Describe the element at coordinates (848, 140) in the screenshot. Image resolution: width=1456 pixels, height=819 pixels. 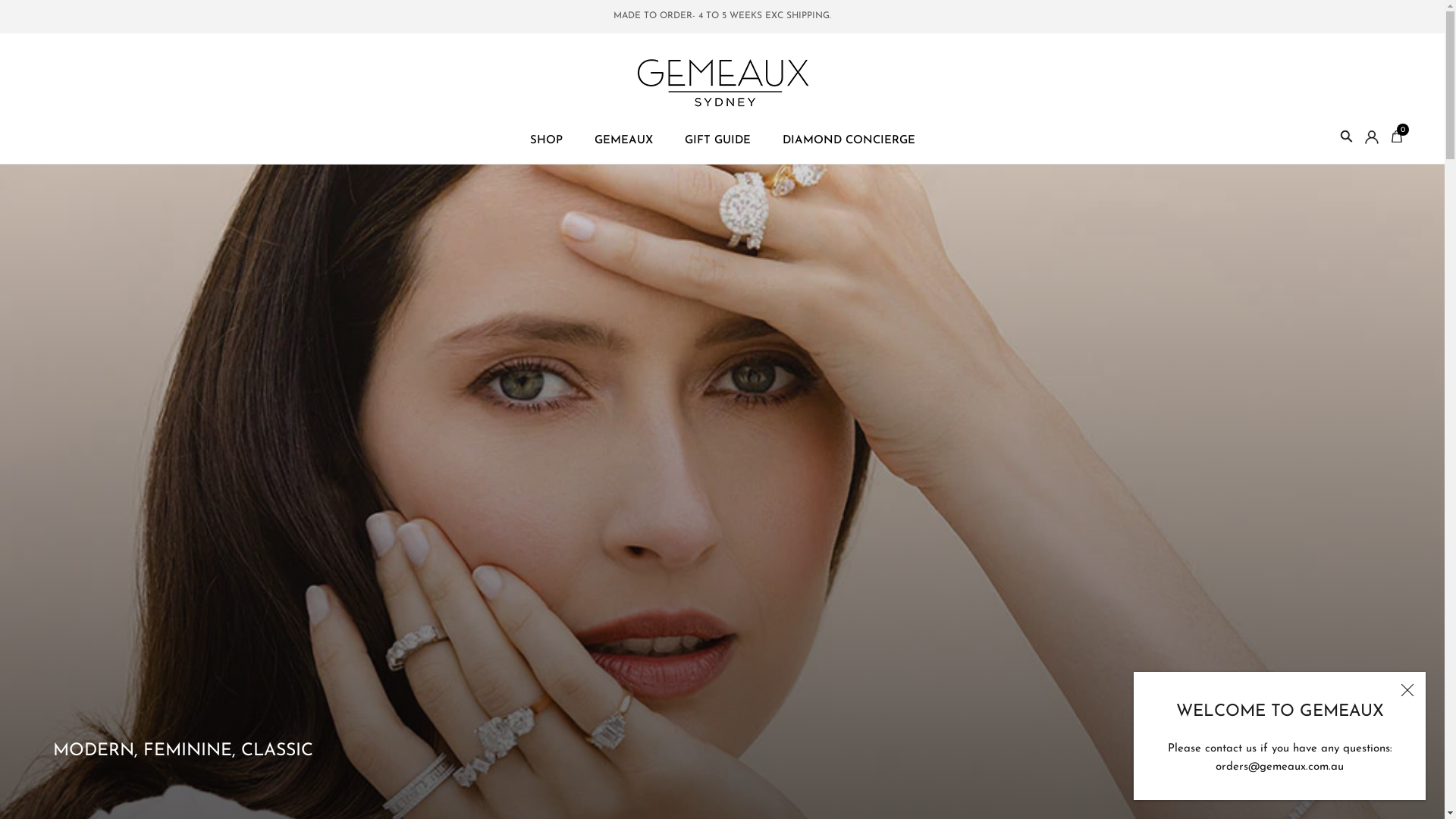
I see `'DIAMOND CONCIERGE` at that location.